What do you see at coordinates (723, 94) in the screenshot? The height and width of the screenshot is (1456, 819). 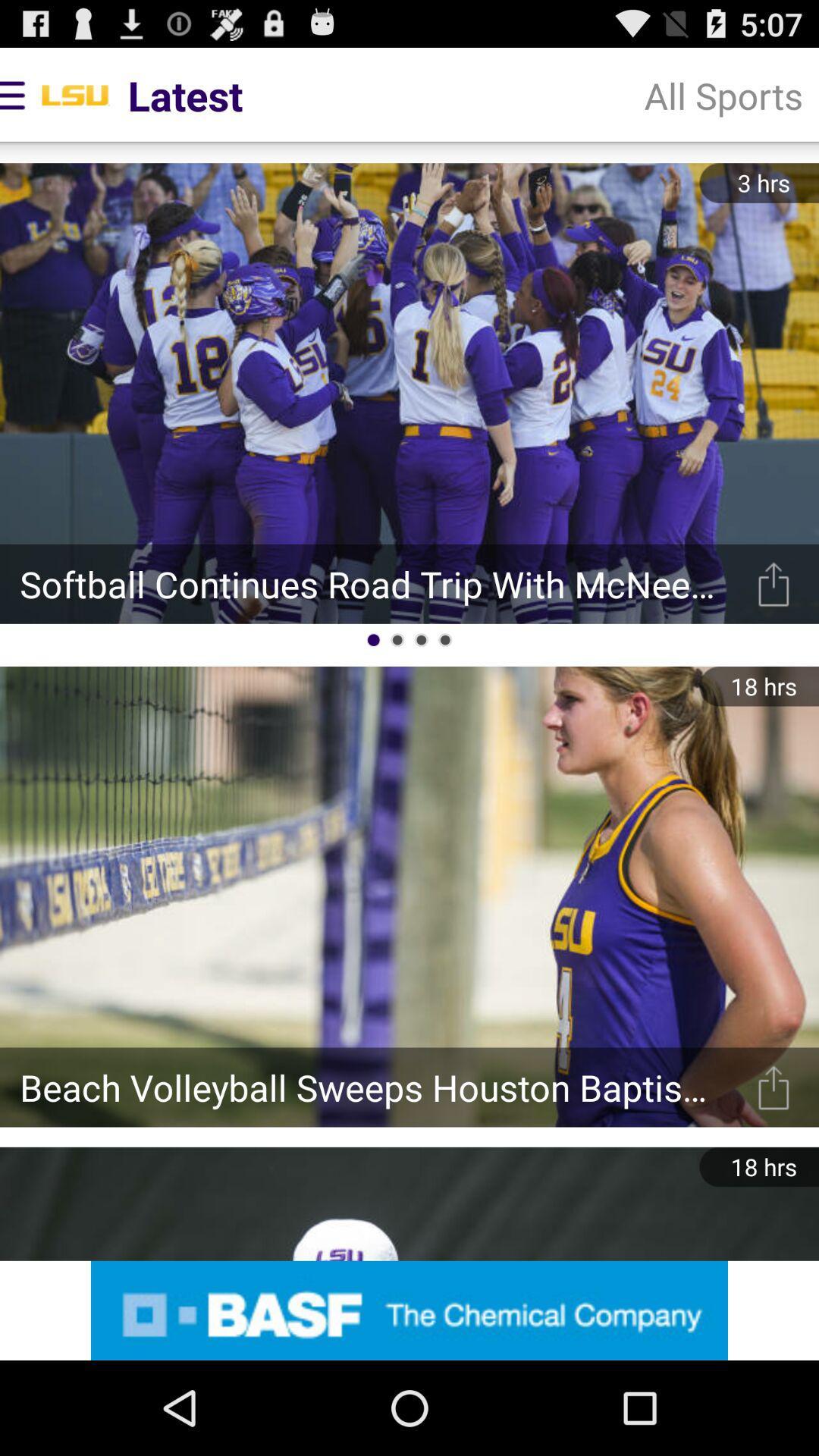 I see `all sports` at bounding box center [723, 94].